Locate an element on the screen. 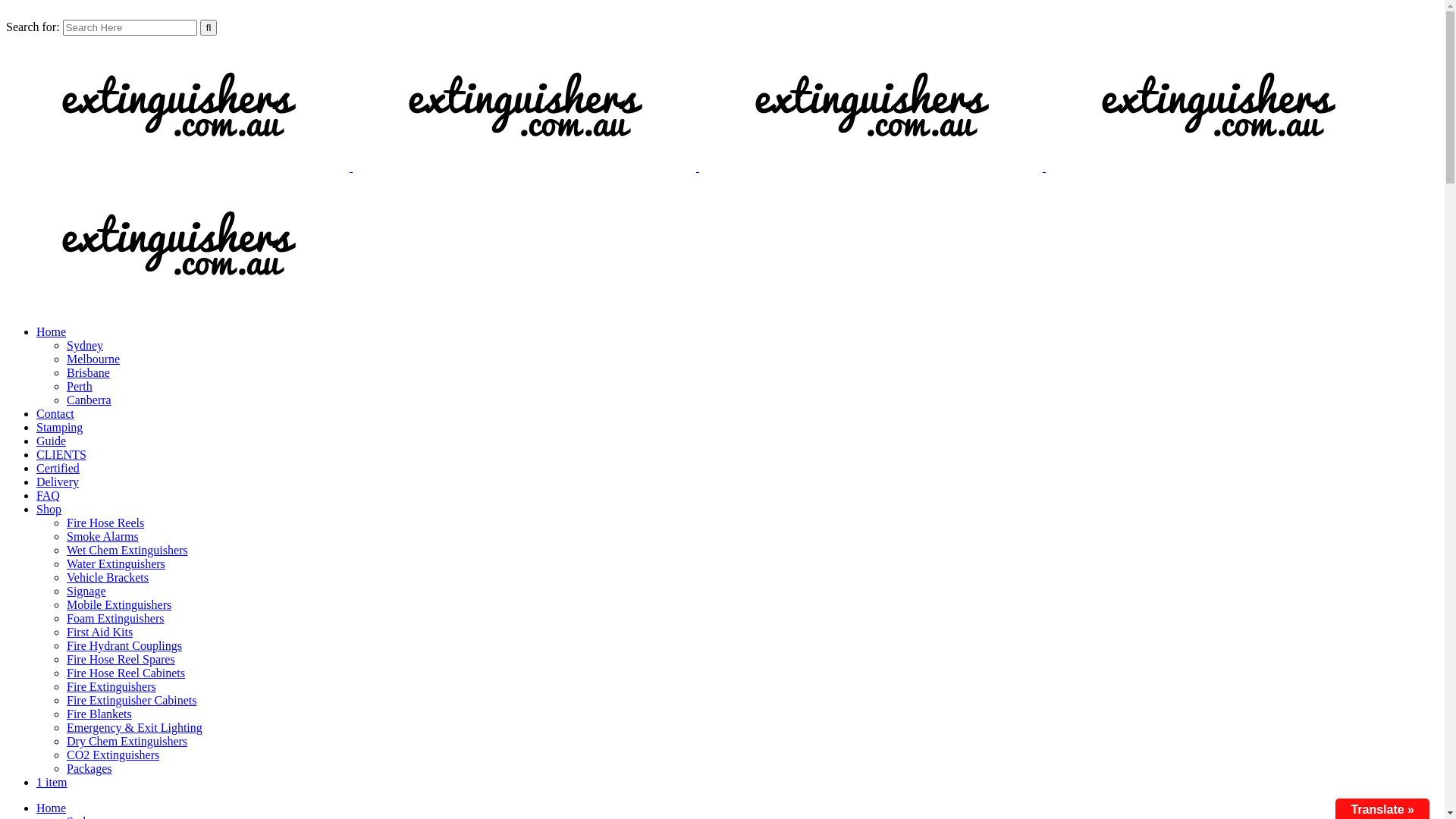  'Perth' is located at coordinates (79, 385).